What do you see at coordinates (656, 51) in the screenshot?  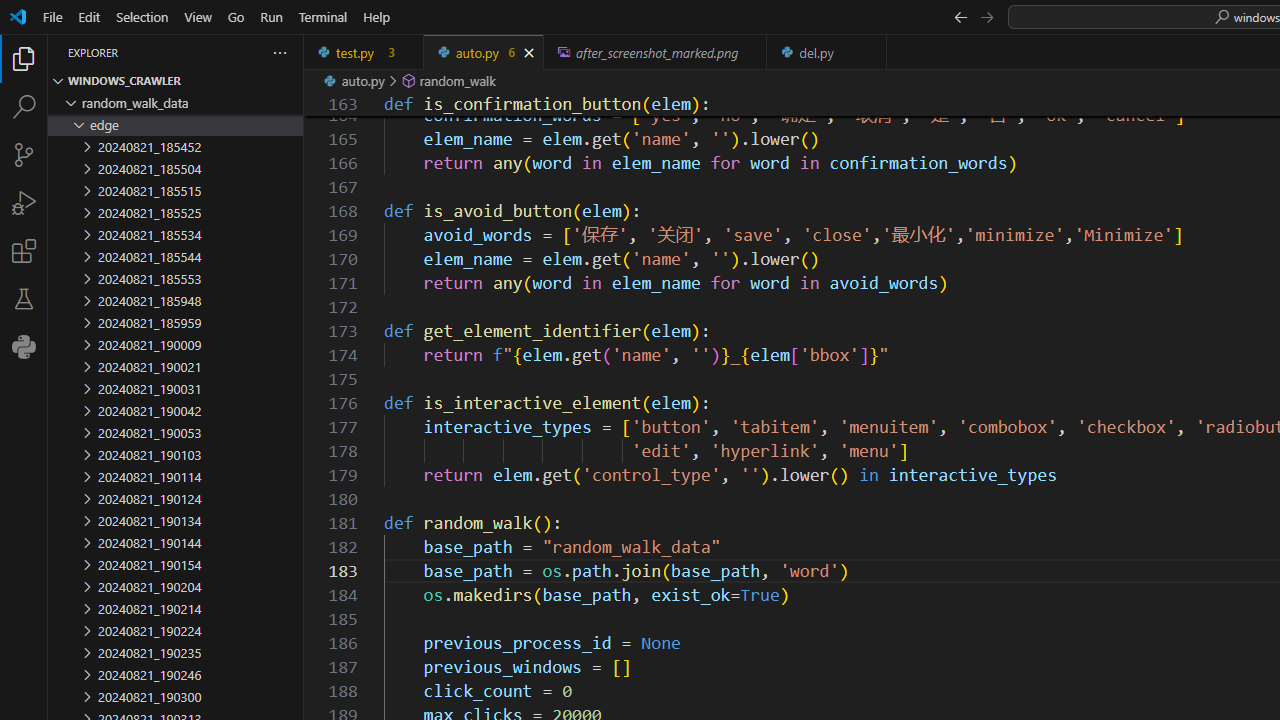 I see `'after_screenshot_marked.png, preview'` at bounding box center [656, 51].